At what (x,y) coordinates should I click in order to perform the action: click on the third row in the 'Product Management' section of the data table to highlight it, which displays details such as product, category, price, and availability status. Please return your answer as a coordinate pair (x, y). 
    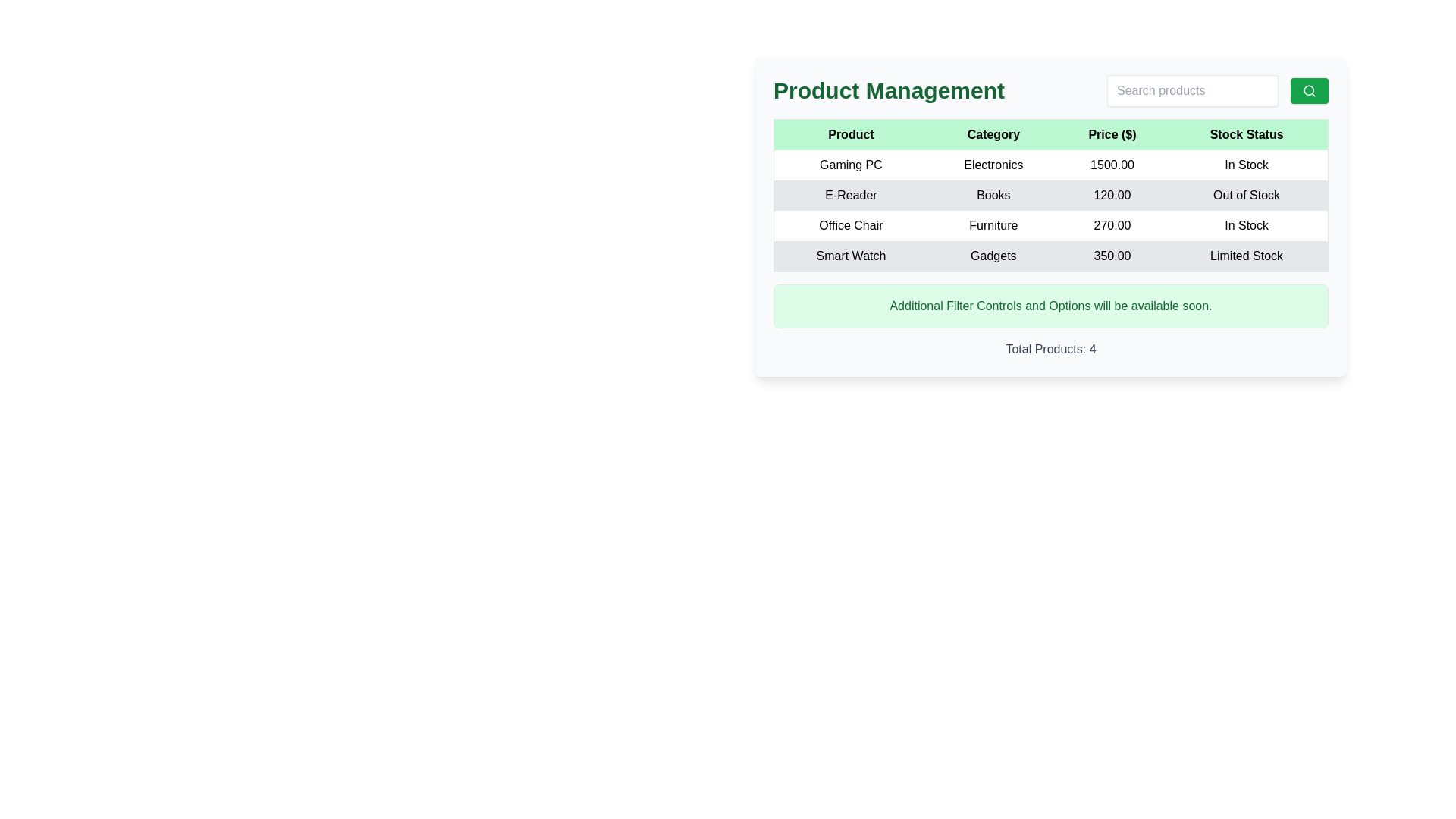
    Looking at the image, I should click on (1050, 225).